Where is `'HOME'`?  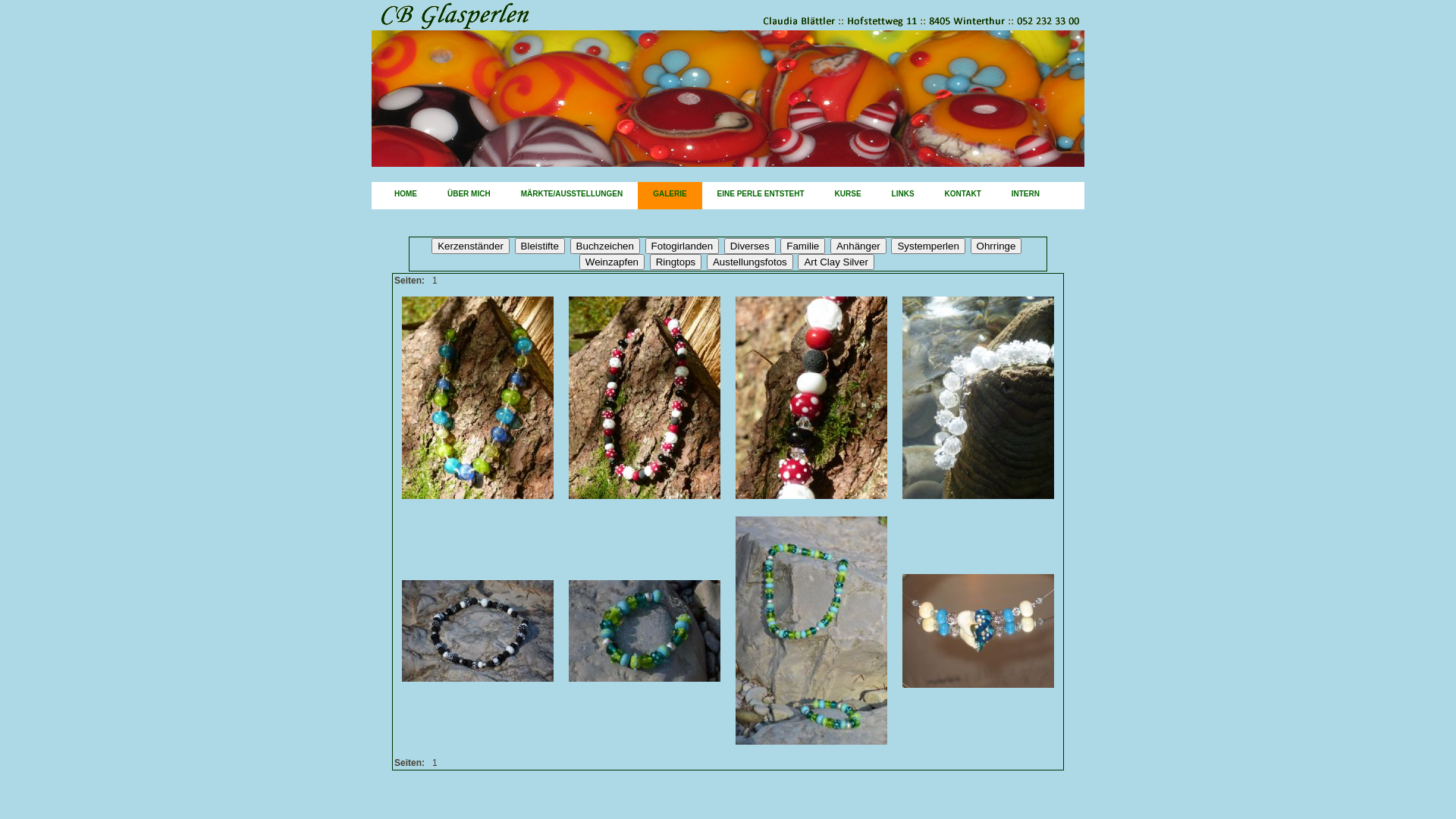 'HOME' is located at coordinates (405, 195).